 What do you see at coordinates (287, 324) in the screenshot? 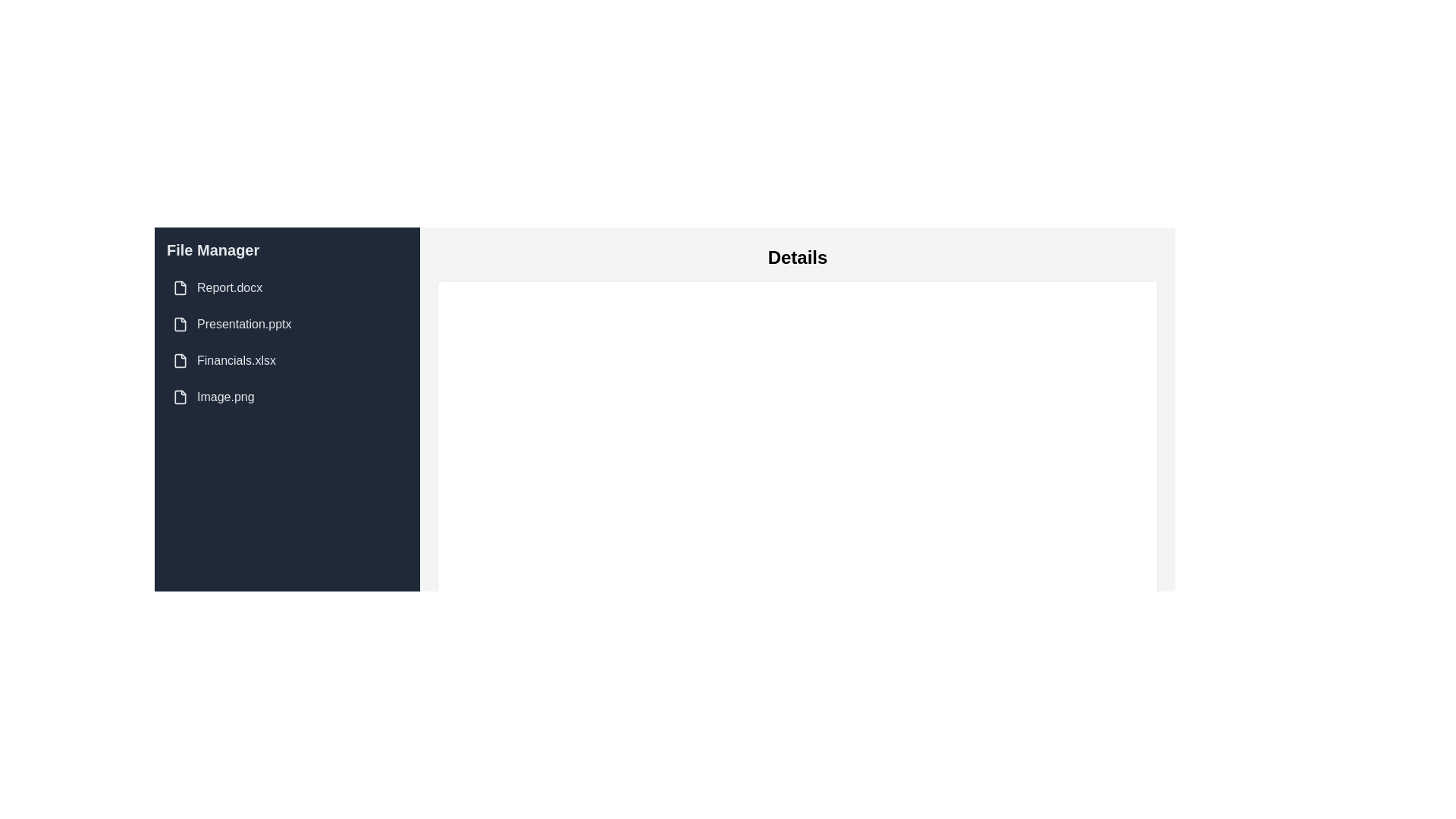
I see `the list item representing the file entry 'Presentation.pptx'` at bounding box center [287, 324].